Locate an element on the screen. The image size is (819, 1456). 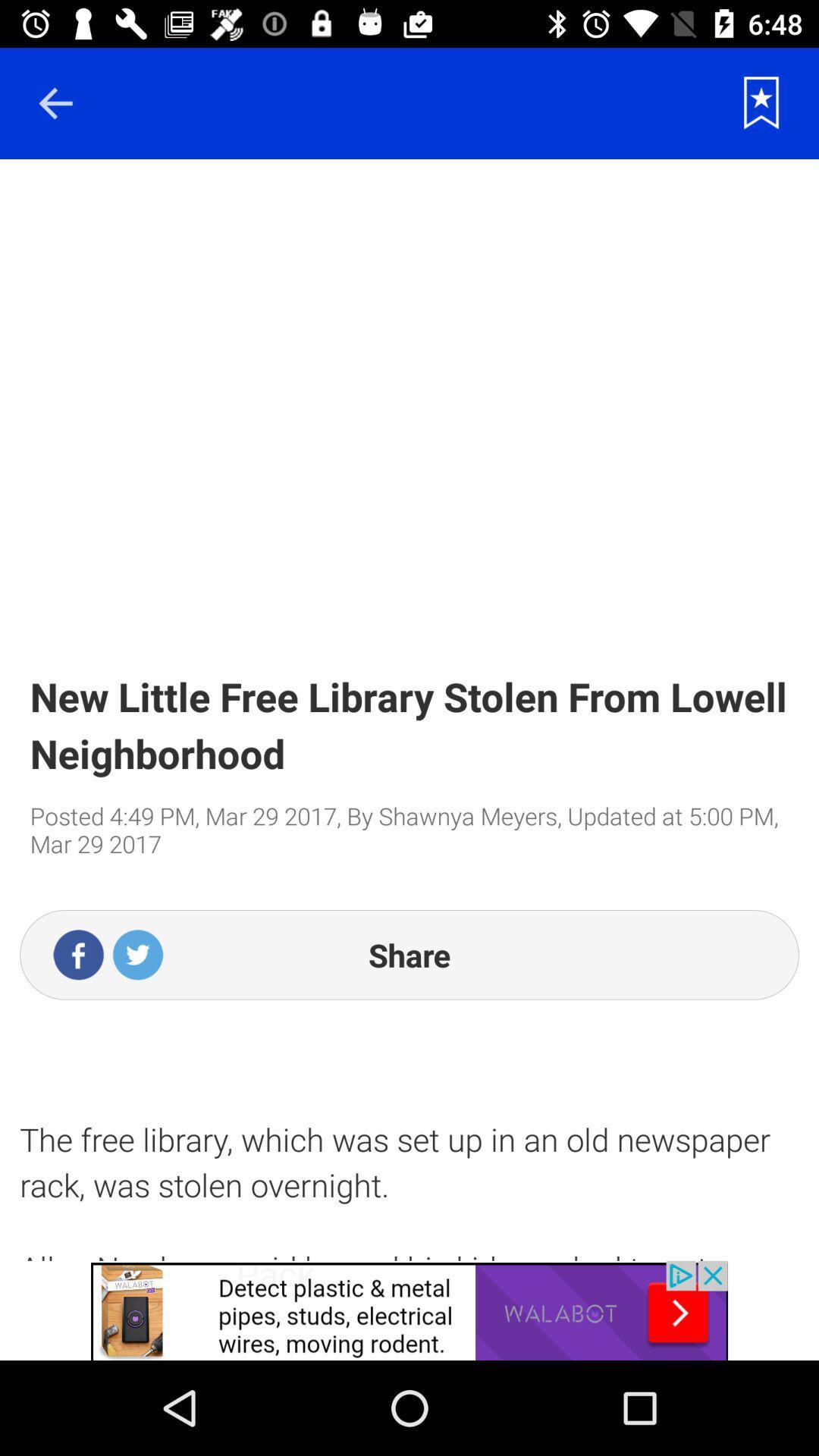
the bookmark icon is located at coordinates (761, 102).